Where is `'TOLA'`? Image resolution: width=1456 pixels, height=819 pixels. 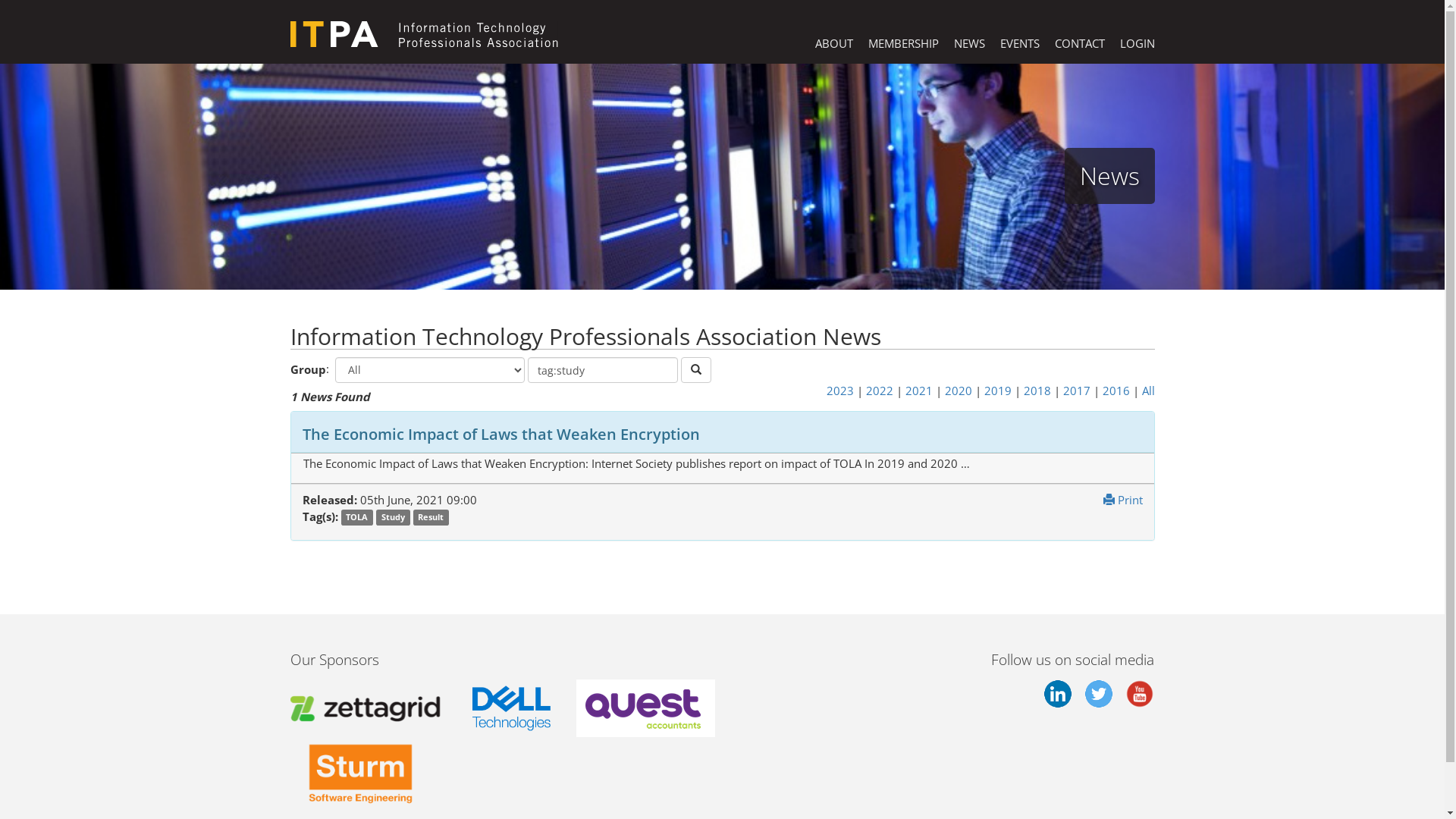 'TOLA' is located at coordinates (340, 516).